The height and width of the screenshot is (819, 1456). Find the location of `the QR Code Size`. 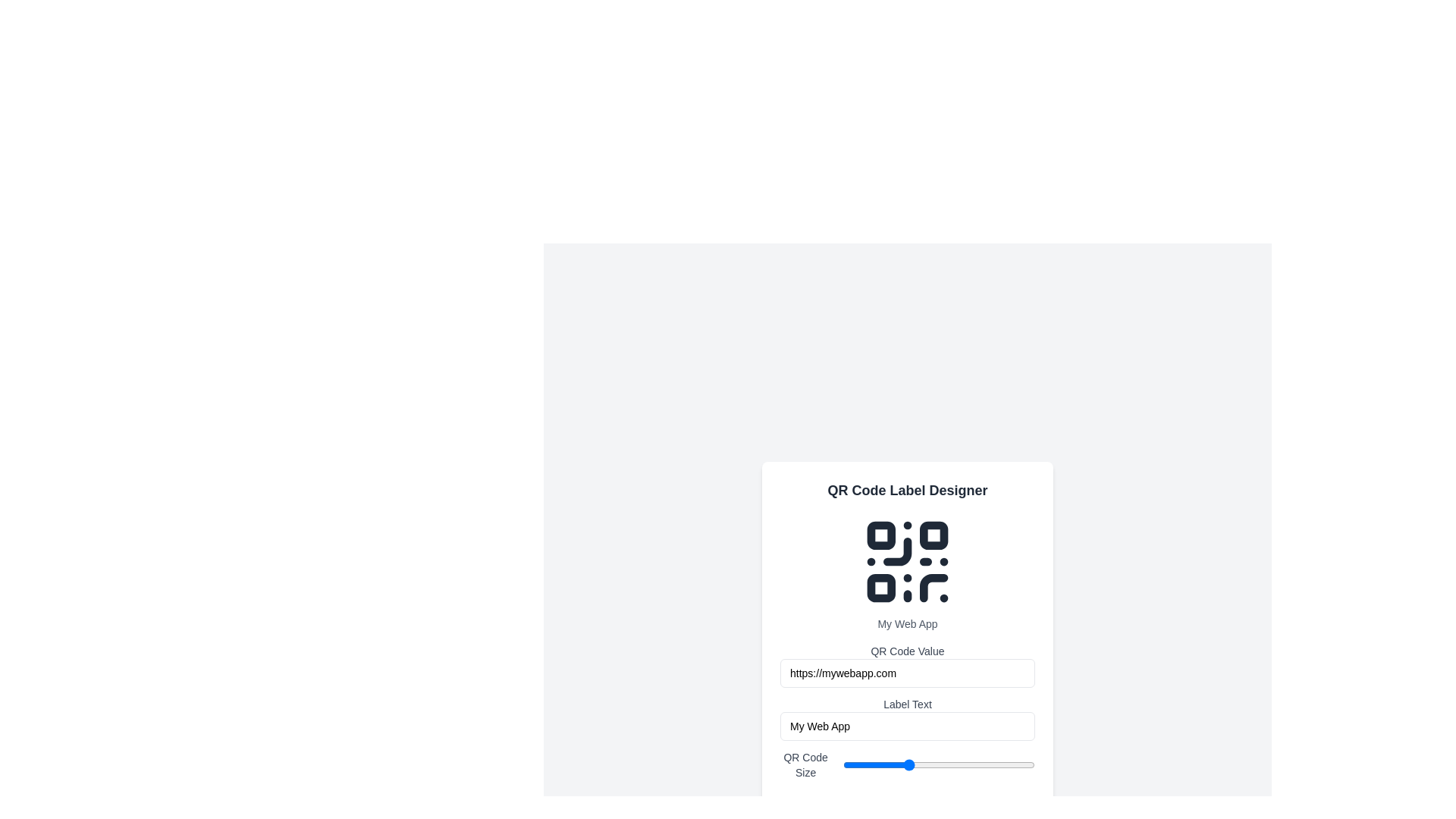

the QR Code Size is located at coordinates (858, 765).